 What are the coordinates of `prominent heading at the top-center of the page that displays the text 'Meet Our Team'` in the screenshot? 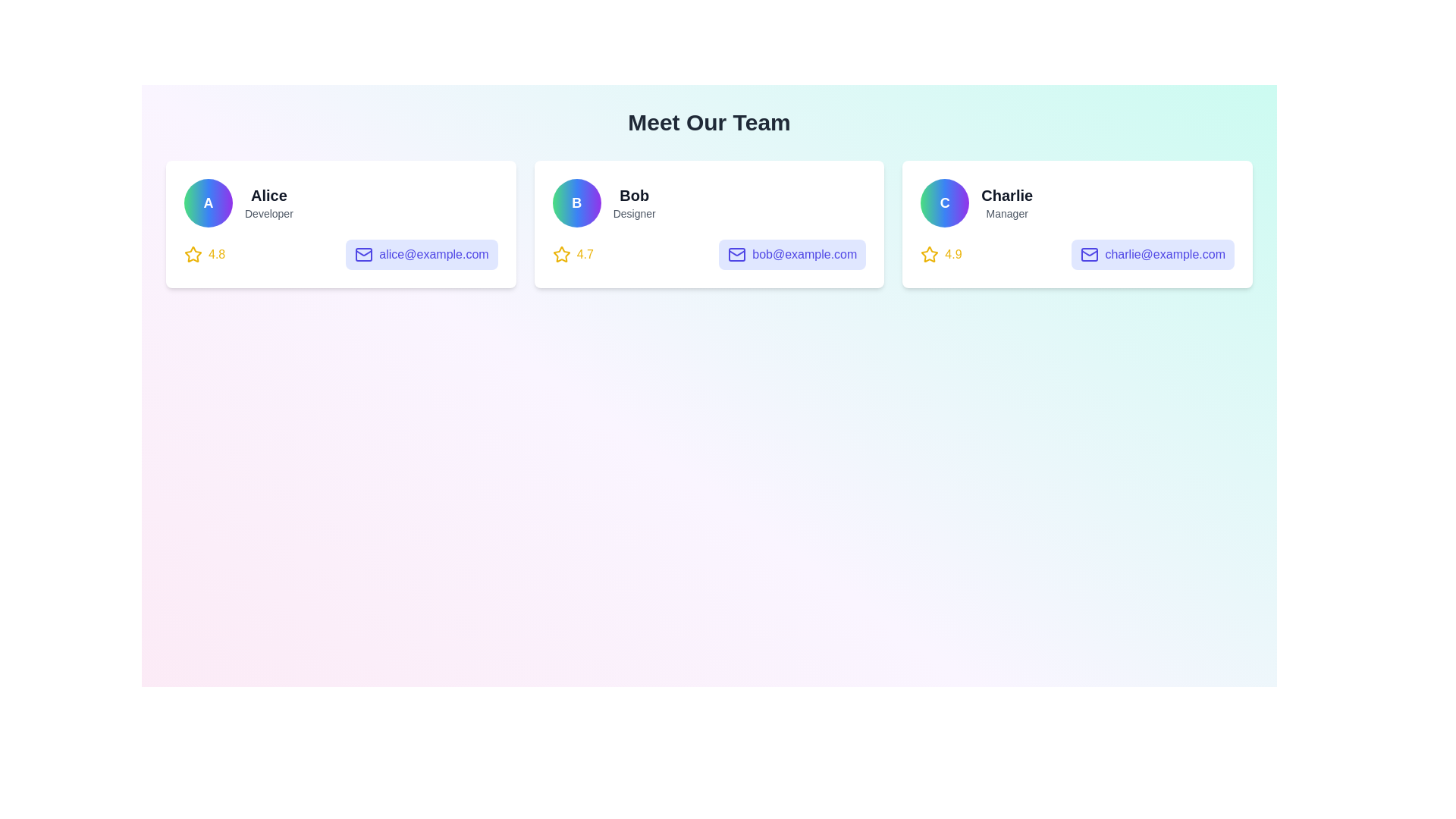 It's located at (708, 122).